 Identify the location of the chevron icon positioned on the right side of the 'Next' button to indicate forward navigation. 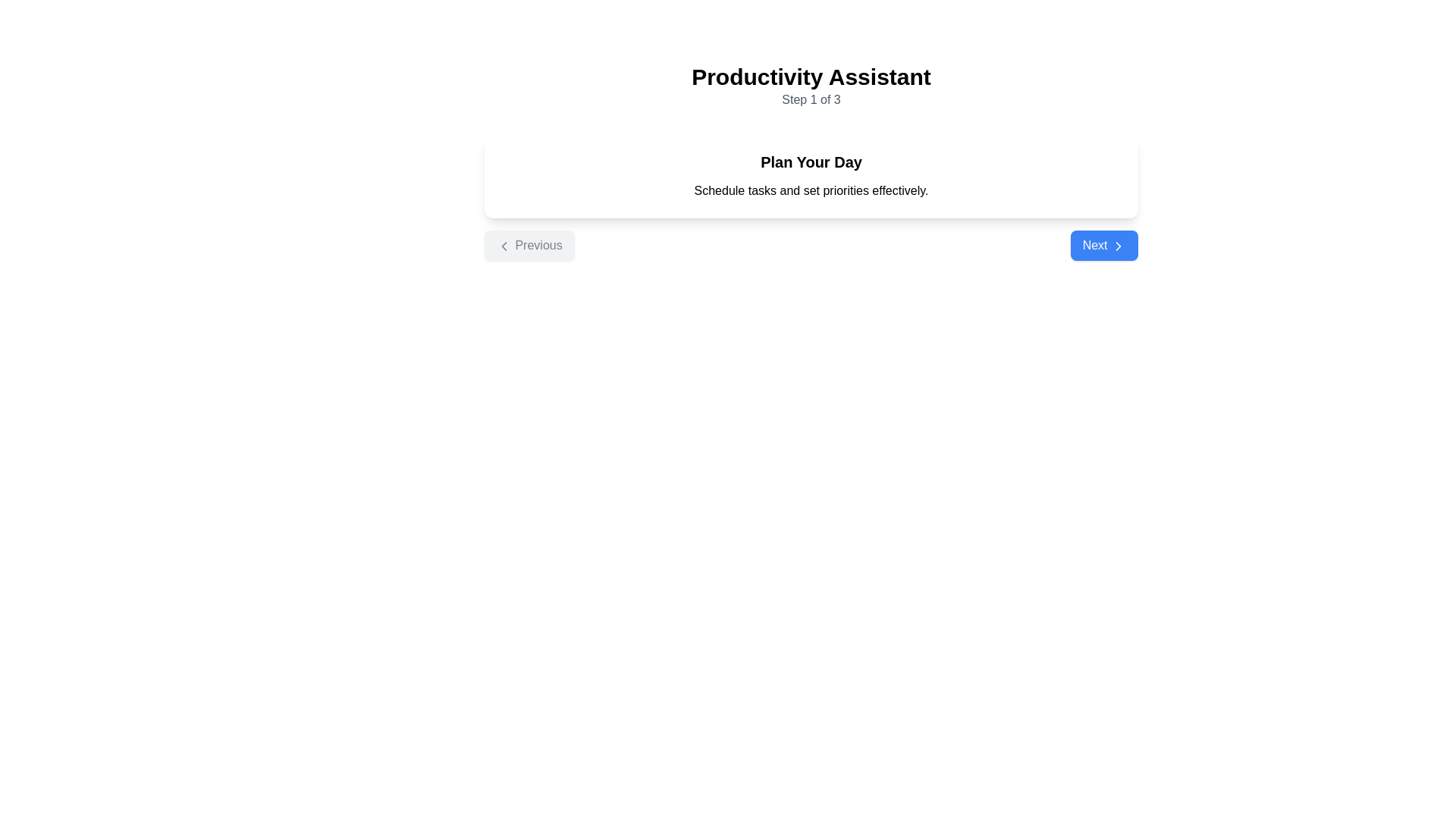
(1118, 245).